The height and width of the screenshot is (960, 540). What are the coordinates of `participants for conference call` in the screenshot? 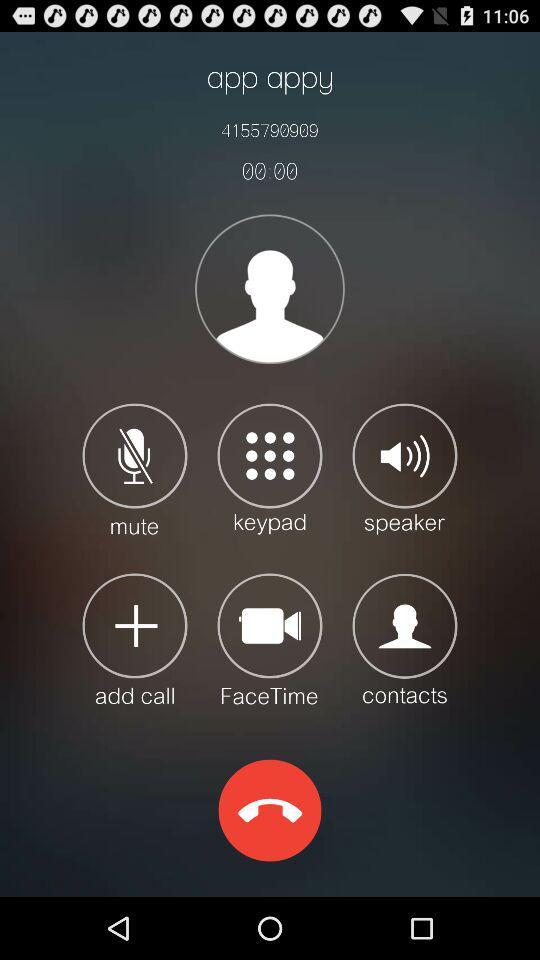 It's located at (135, 637).